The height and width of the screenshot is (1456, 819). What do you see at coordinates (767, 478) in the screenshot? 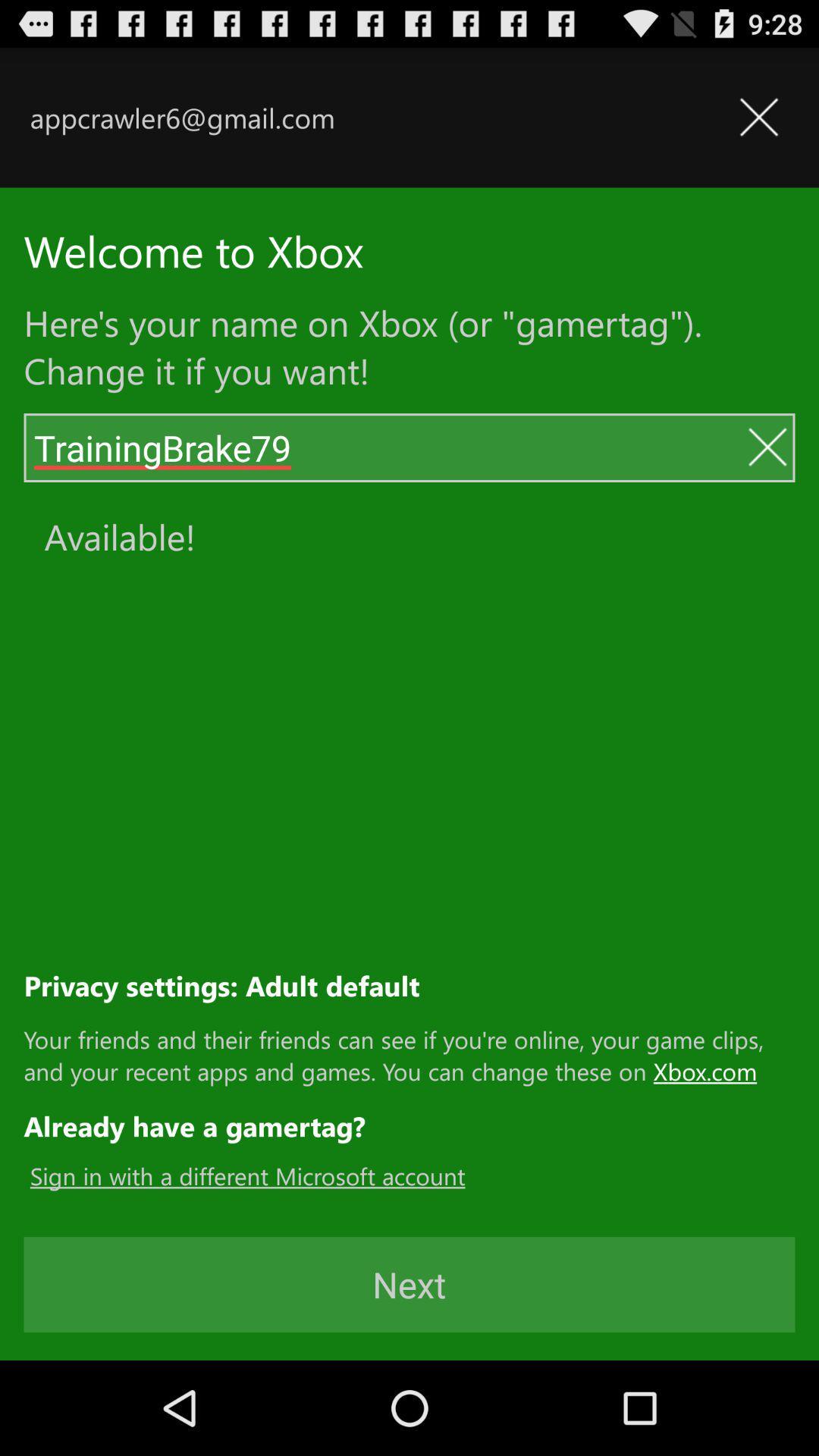
I see `the close icon` at bounding box center [767, 478].